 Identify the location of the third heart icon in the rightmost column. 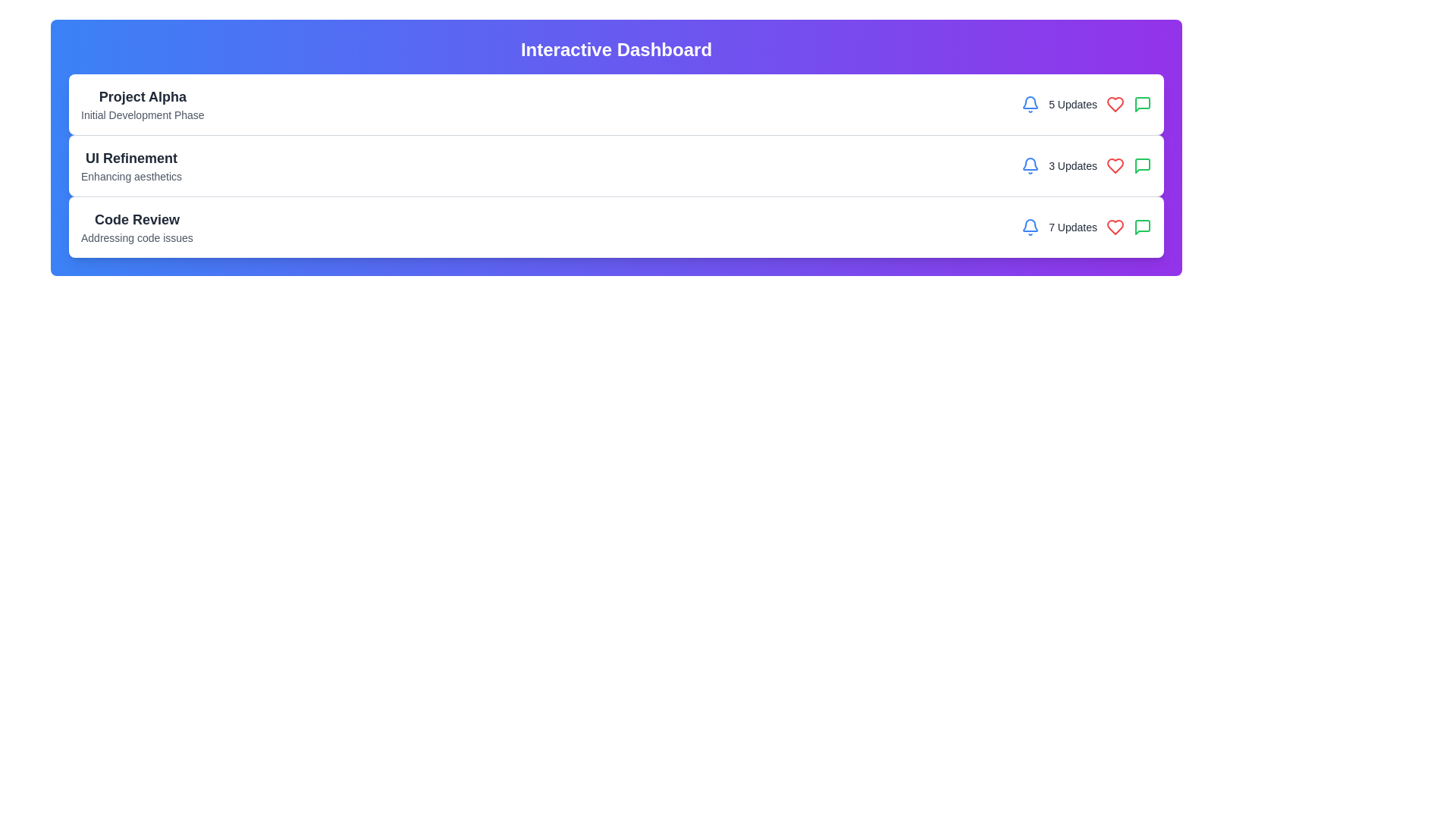
(1115, 227).